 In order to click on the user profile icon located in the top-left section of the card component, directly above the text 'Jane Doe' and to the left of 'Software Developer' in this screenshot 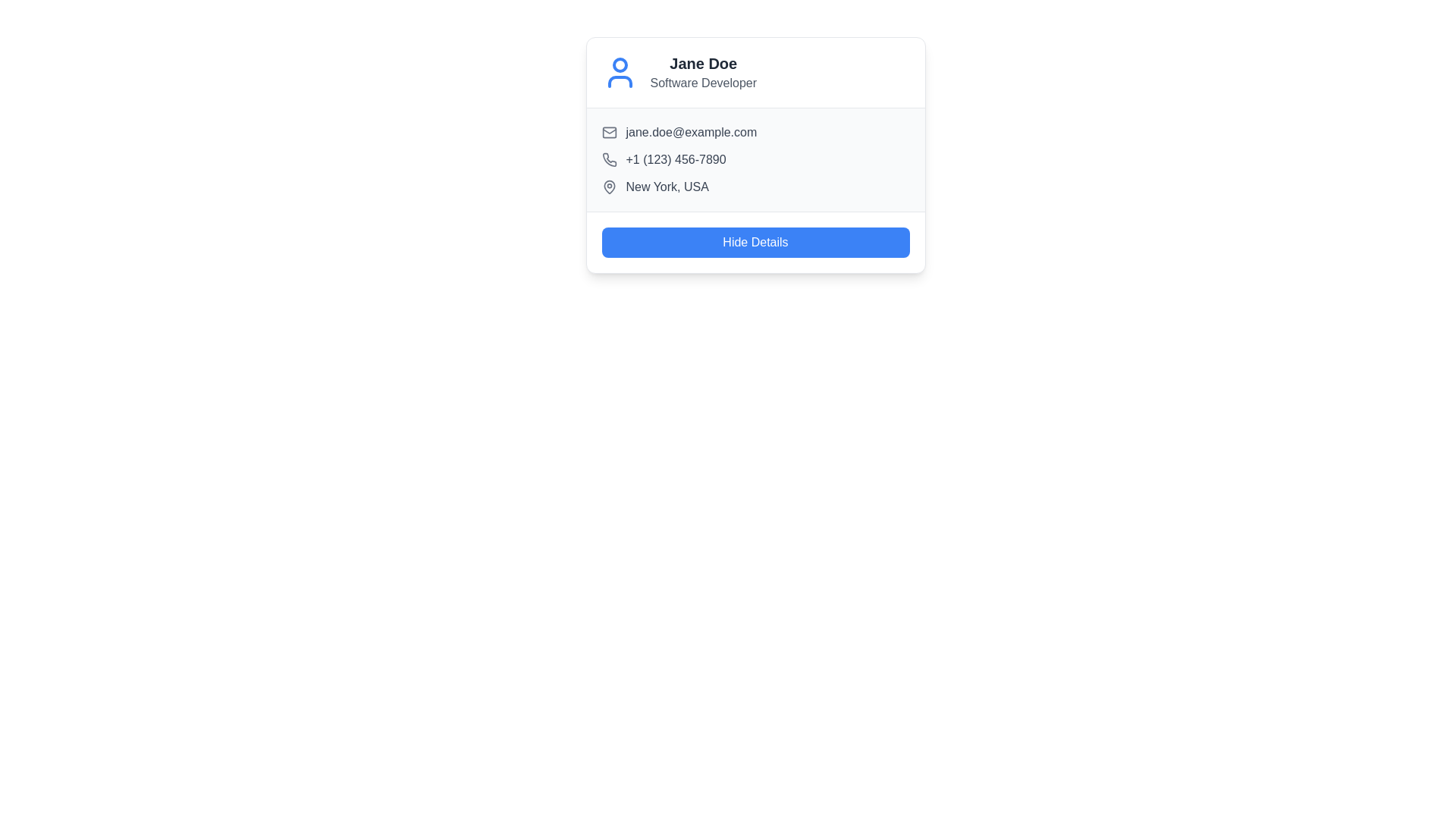, I will do `click(620, 73)`.